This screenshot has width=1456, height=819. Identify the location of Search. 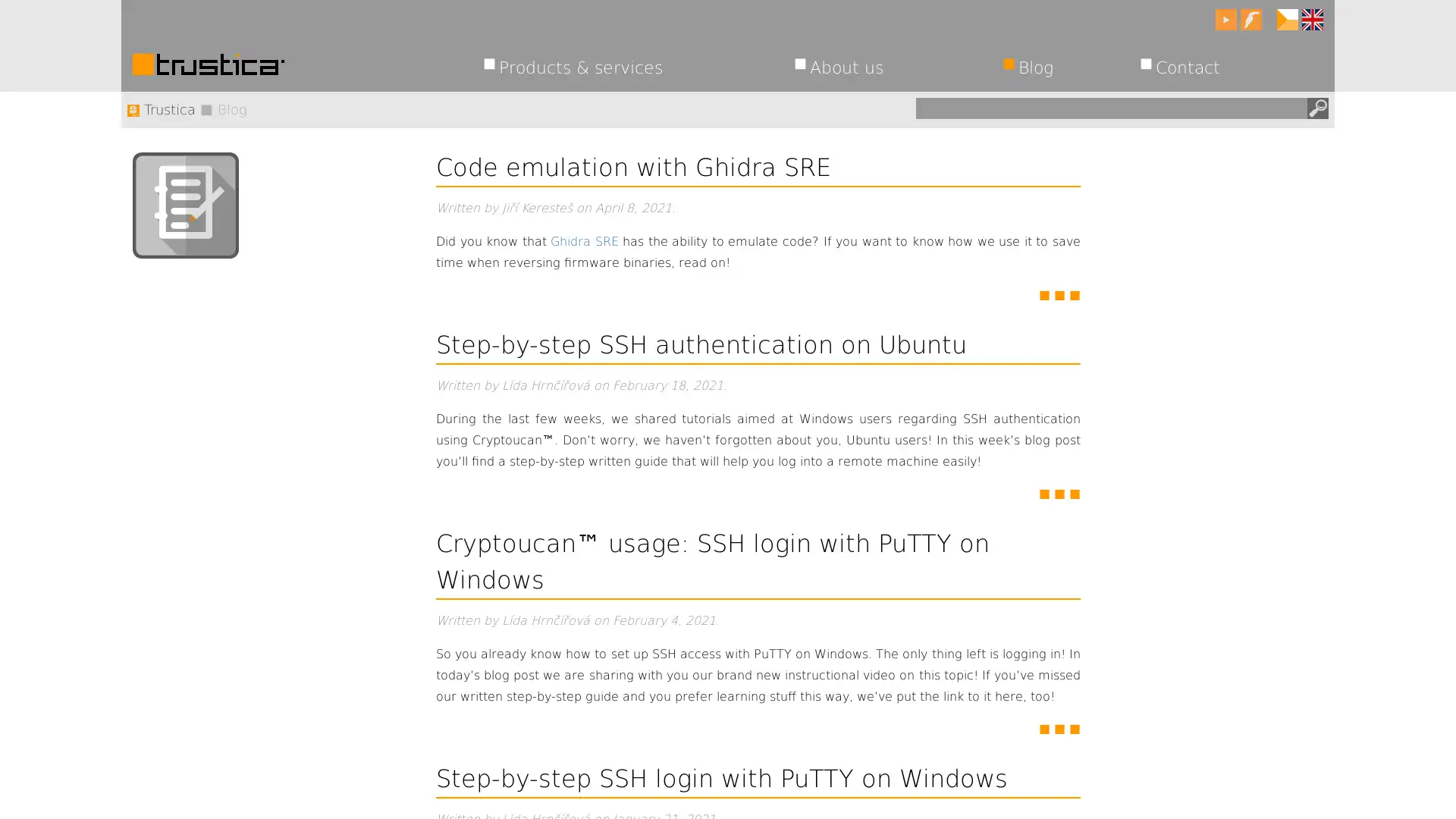
(1316, 107).